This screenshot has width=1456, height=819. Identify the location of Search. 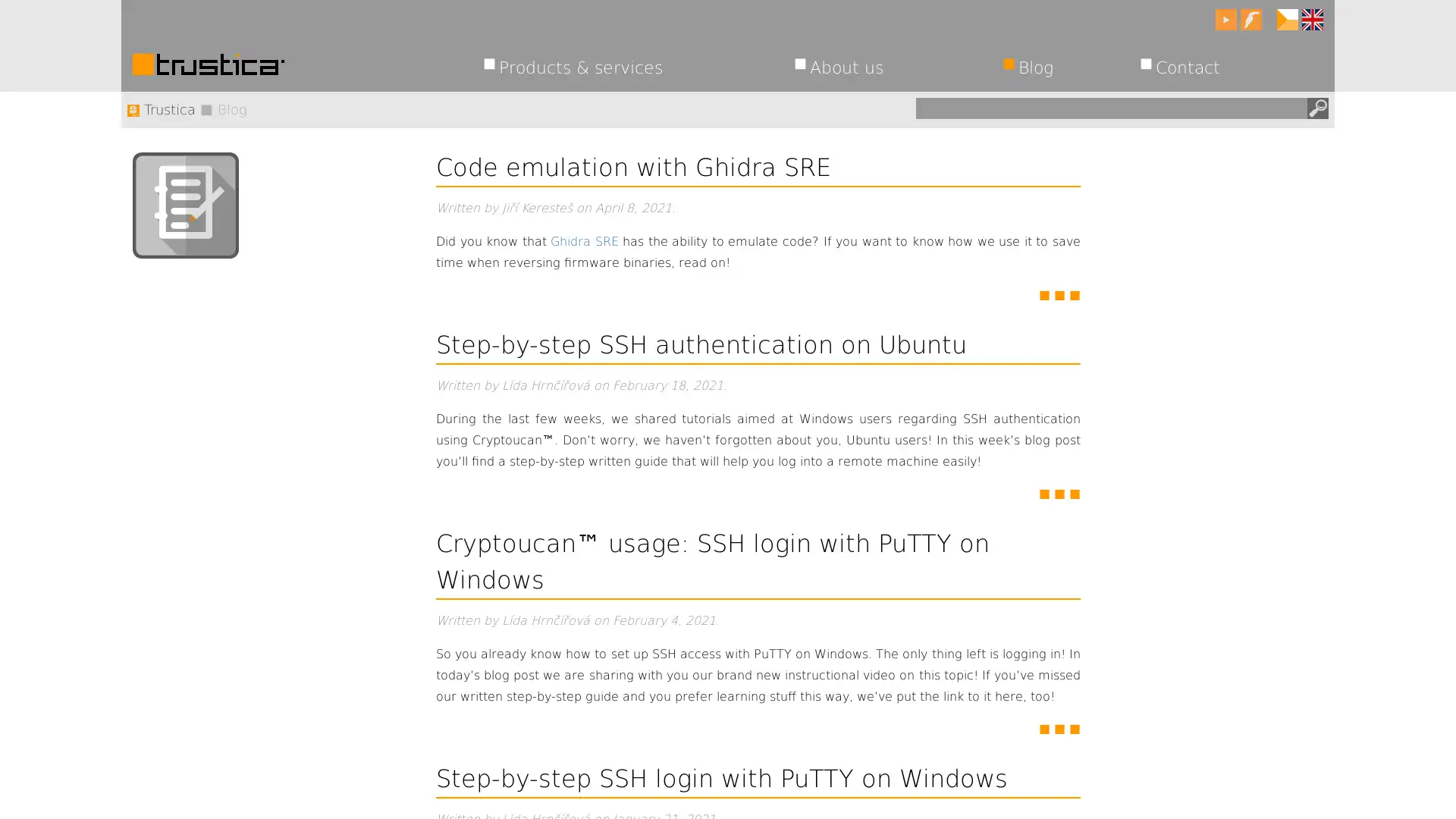
(1316, 107).